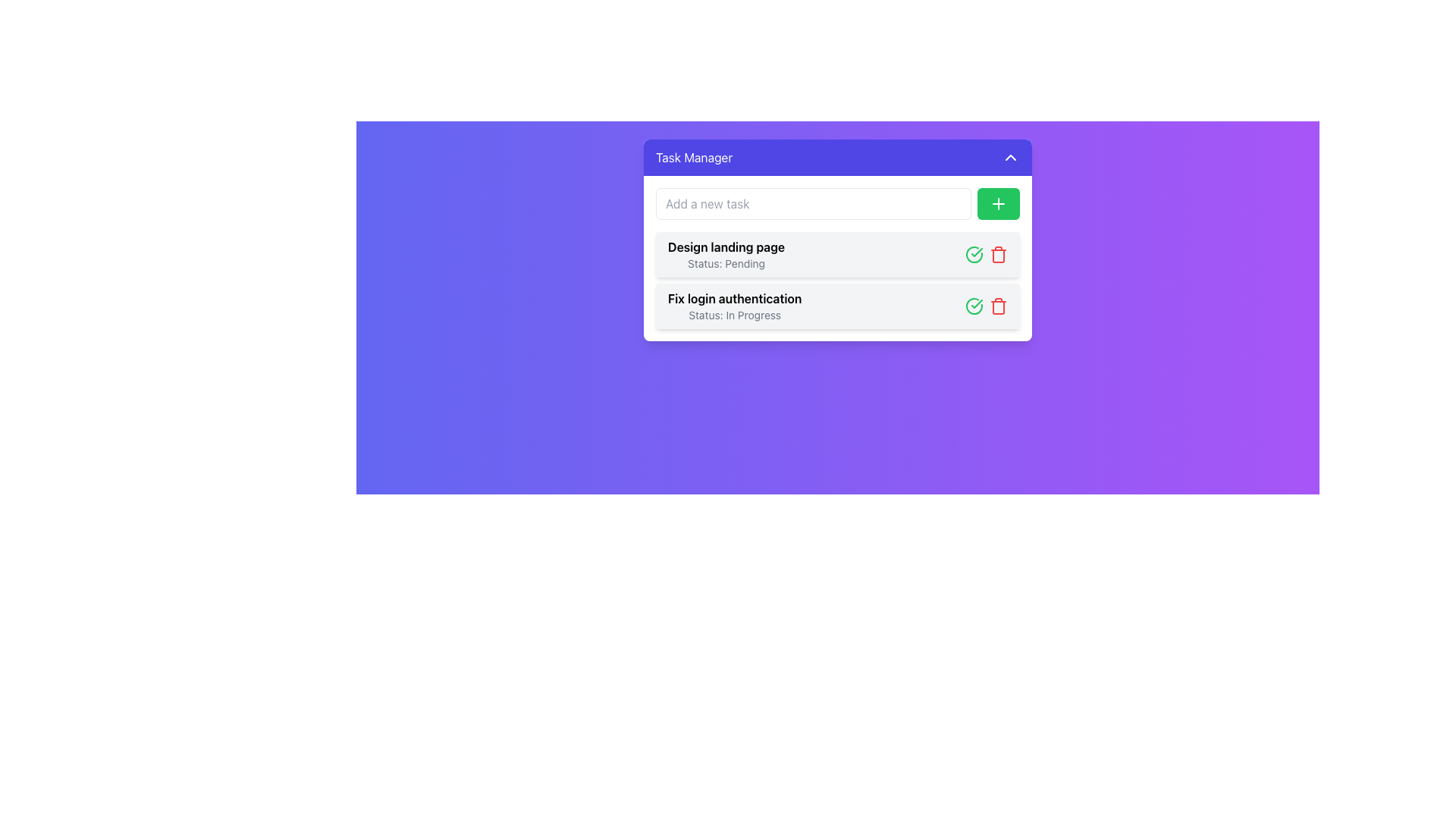 The width and height of the screenshot is (1456, 819). Describe the element at coordinates (735, 306) in the screenshot. I see `the static text component displaying 'Status: In Progress', which is the second task in the task list below 'Design landing page'` at that location.